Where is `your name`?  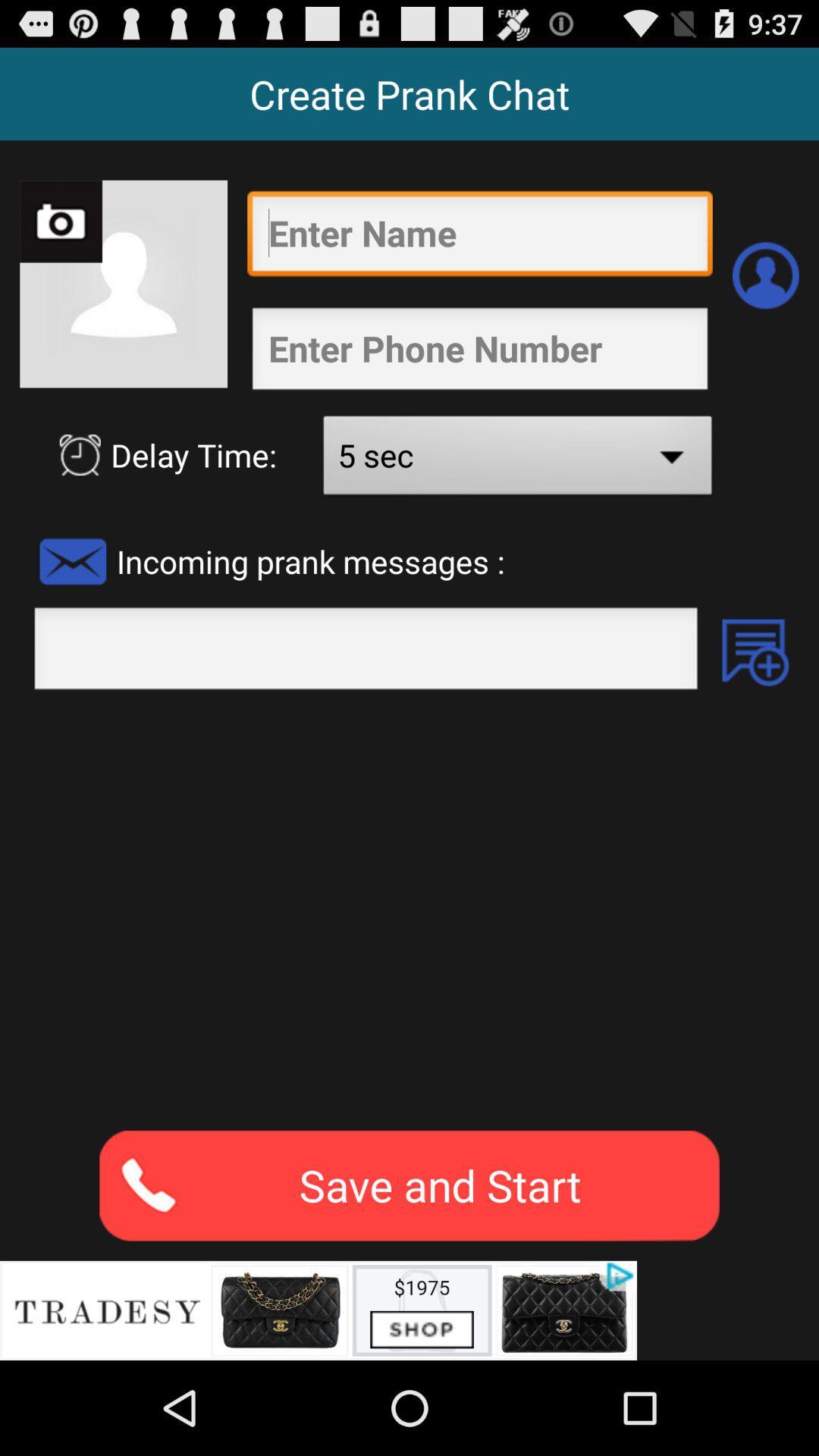
your name is located at coordinates (479, 237).